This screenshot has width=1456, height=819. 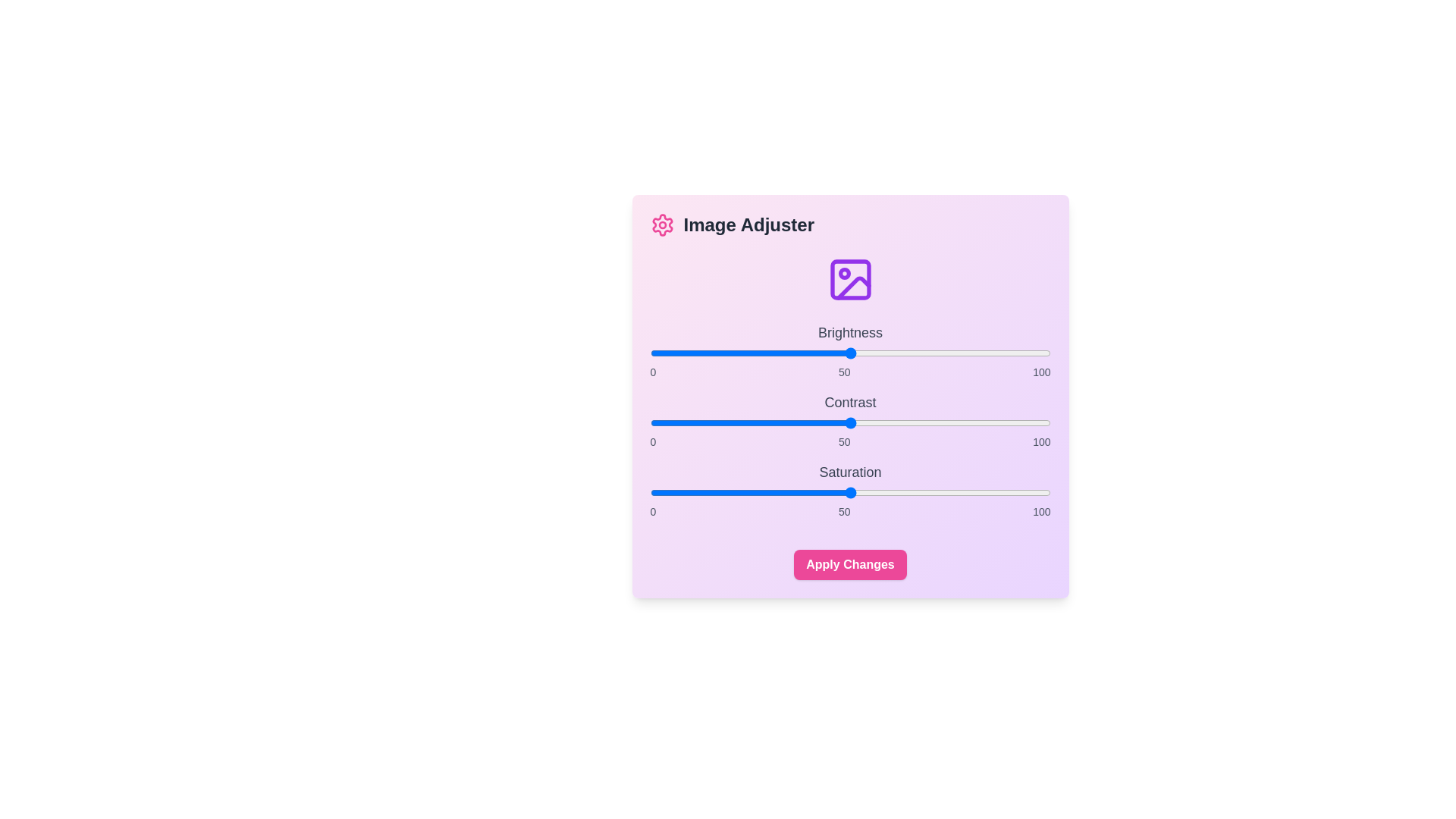 I want to click on the saturation slider to set the value to 21, so click(x=734, y=493).